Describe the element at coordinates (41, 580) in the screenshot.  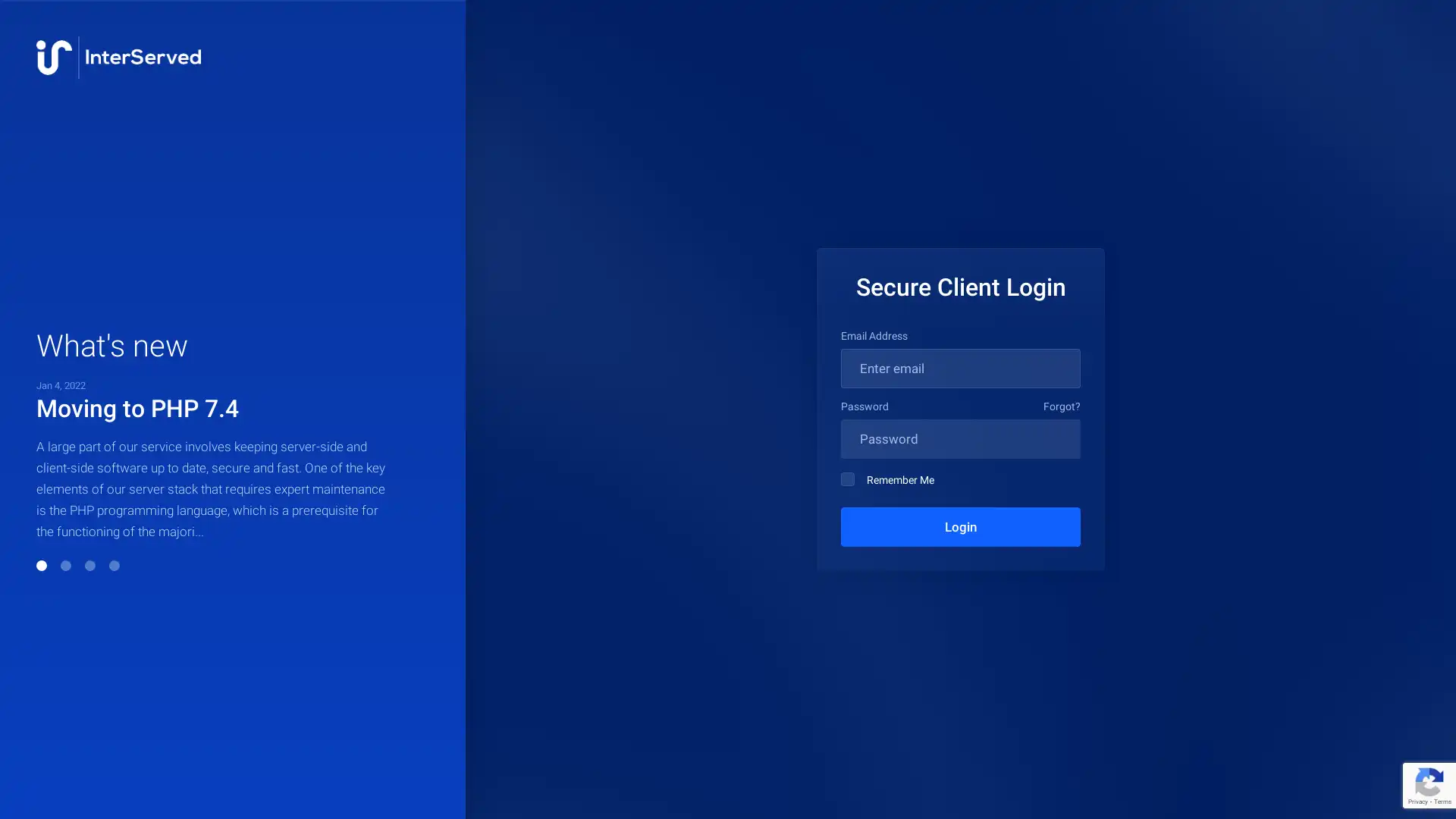
I see `Go to slide 1` at that location.